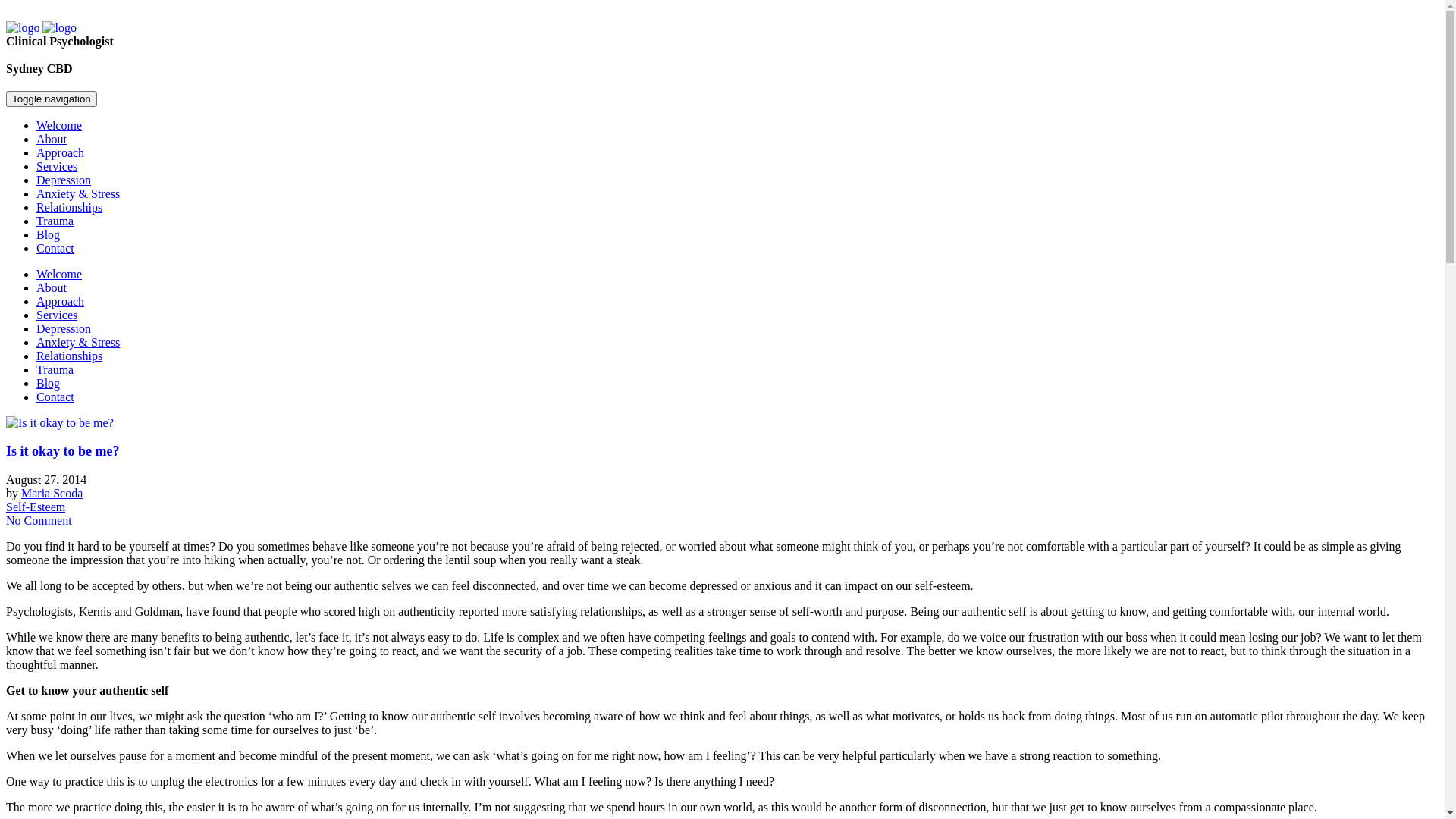 The height and width of the screenshot is (819, 1456). Describe the element at coordinates (36, 314) in the screenshot. I see `'Services'` at that location.